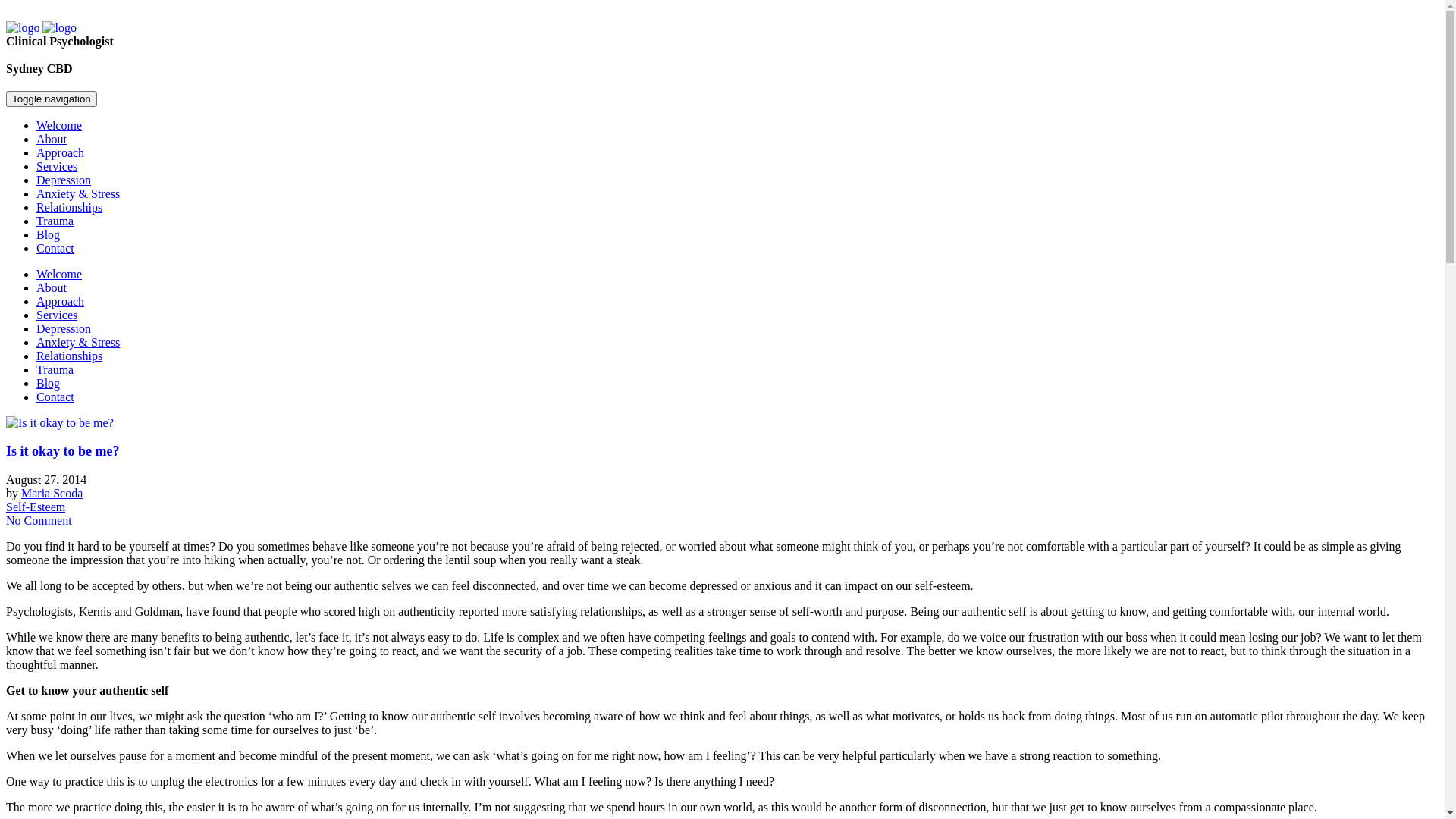 The height and width of the screenshot is (819, 1456). Describe the element at coordinates (36, 314) in the screenshot. I see `'Services'` at that location.